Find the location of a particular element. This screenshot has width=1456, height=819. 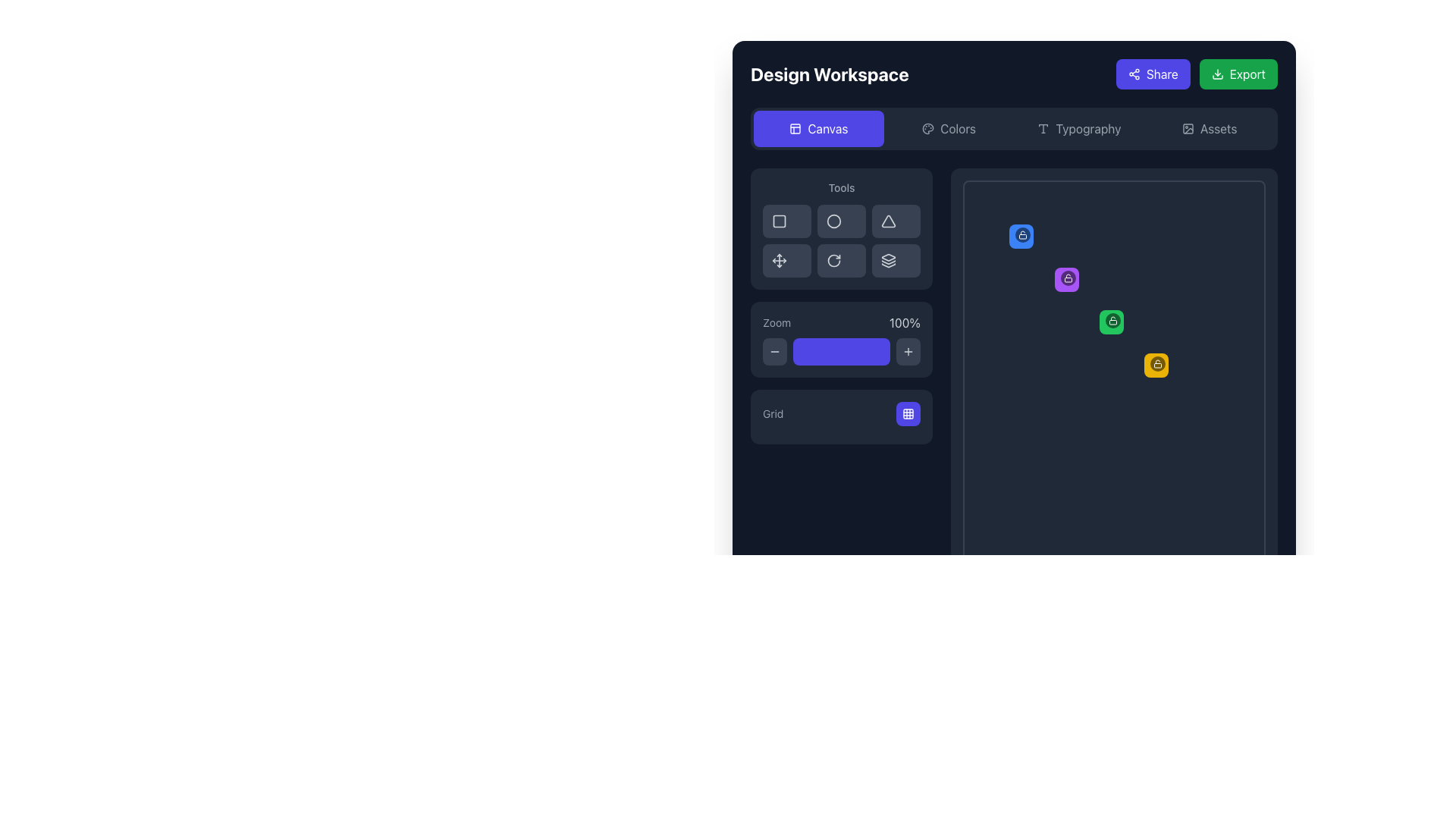

the first button in the horizontal row located at the top-left corner of the interface is located at coordinates (817, 127).